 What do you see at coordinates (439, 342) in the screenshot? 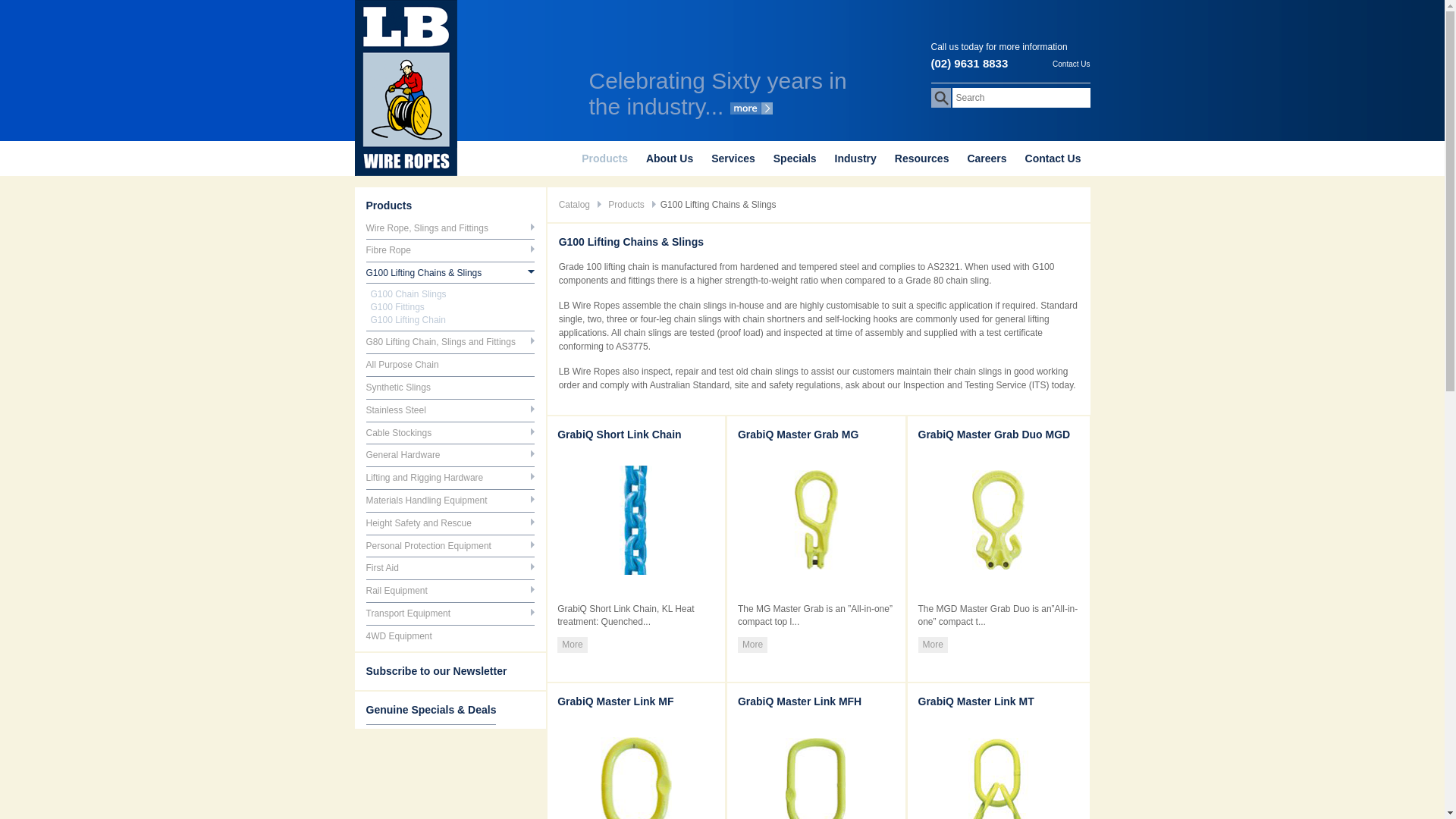
I see `'G80 Lifting Chain, Slings and Fittings'` at bounding box center [439, 342].